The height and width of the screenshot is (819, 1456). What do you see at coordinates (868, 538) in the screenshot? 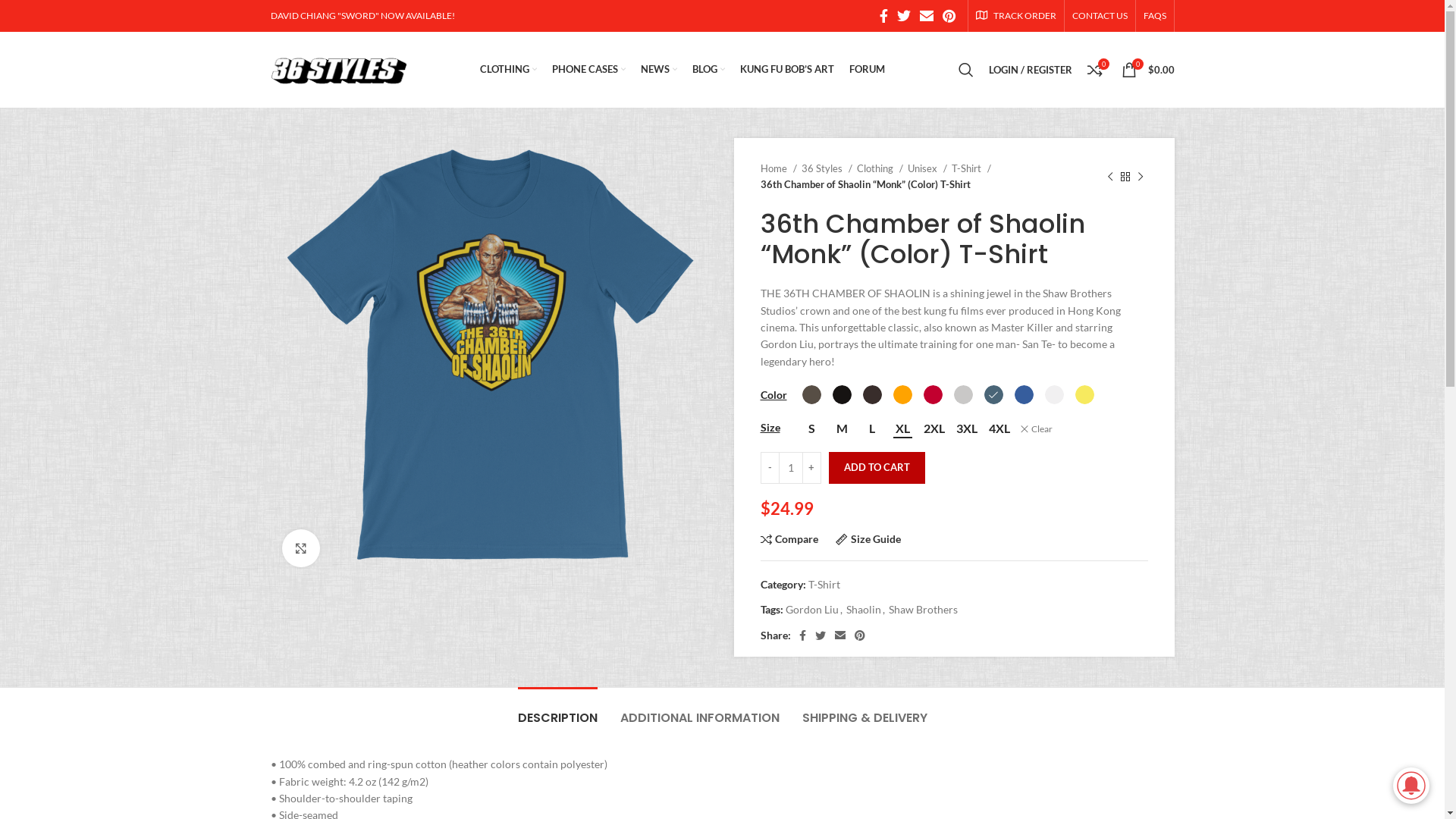
I see `'Size Guide'` at bounding box center [868, 538].